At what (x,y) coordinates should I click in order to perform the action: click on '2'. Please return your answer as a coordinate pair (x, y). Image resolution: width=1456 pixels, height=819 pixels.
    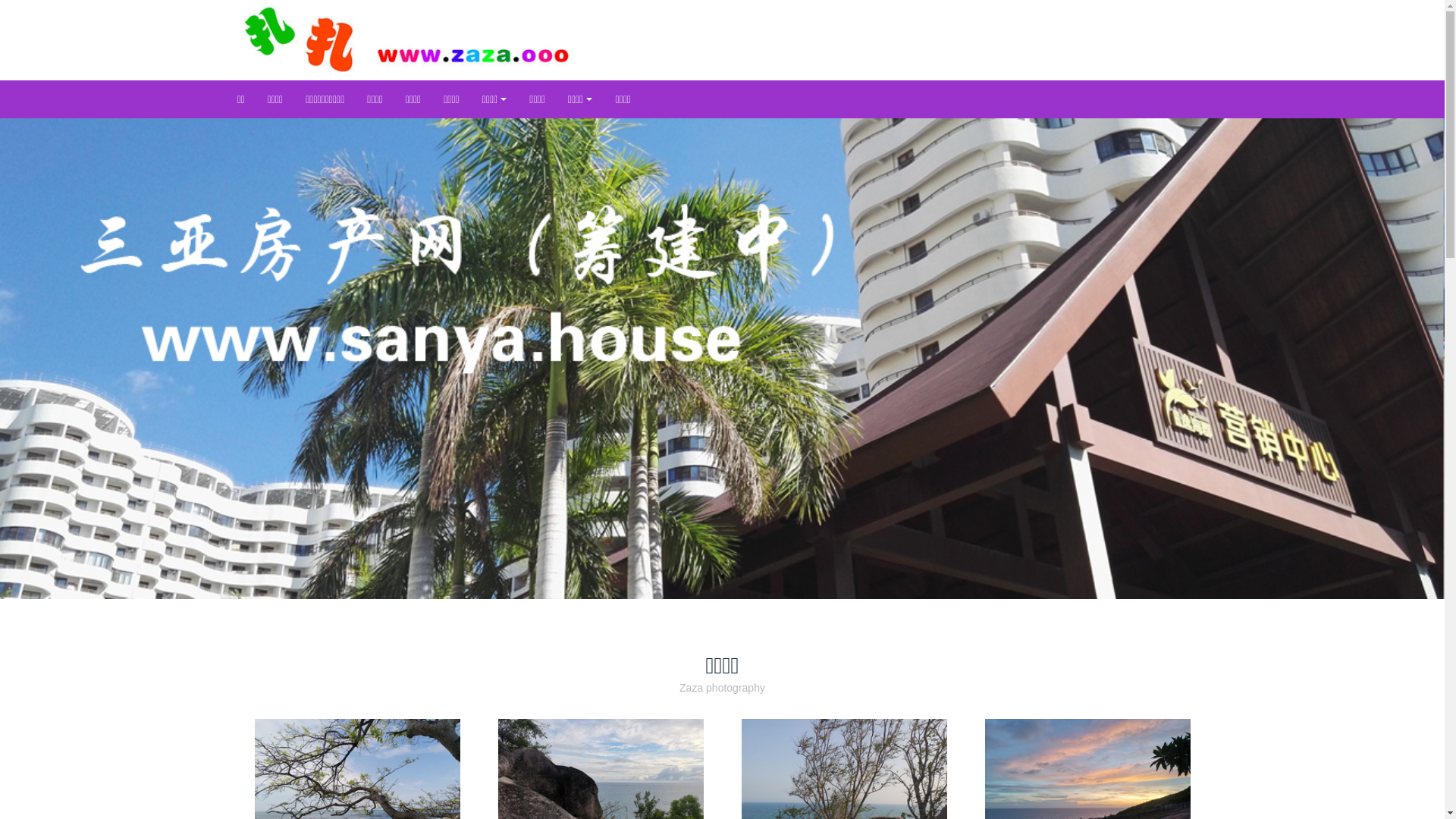
    Looking at the image, I should click on (720, 576).